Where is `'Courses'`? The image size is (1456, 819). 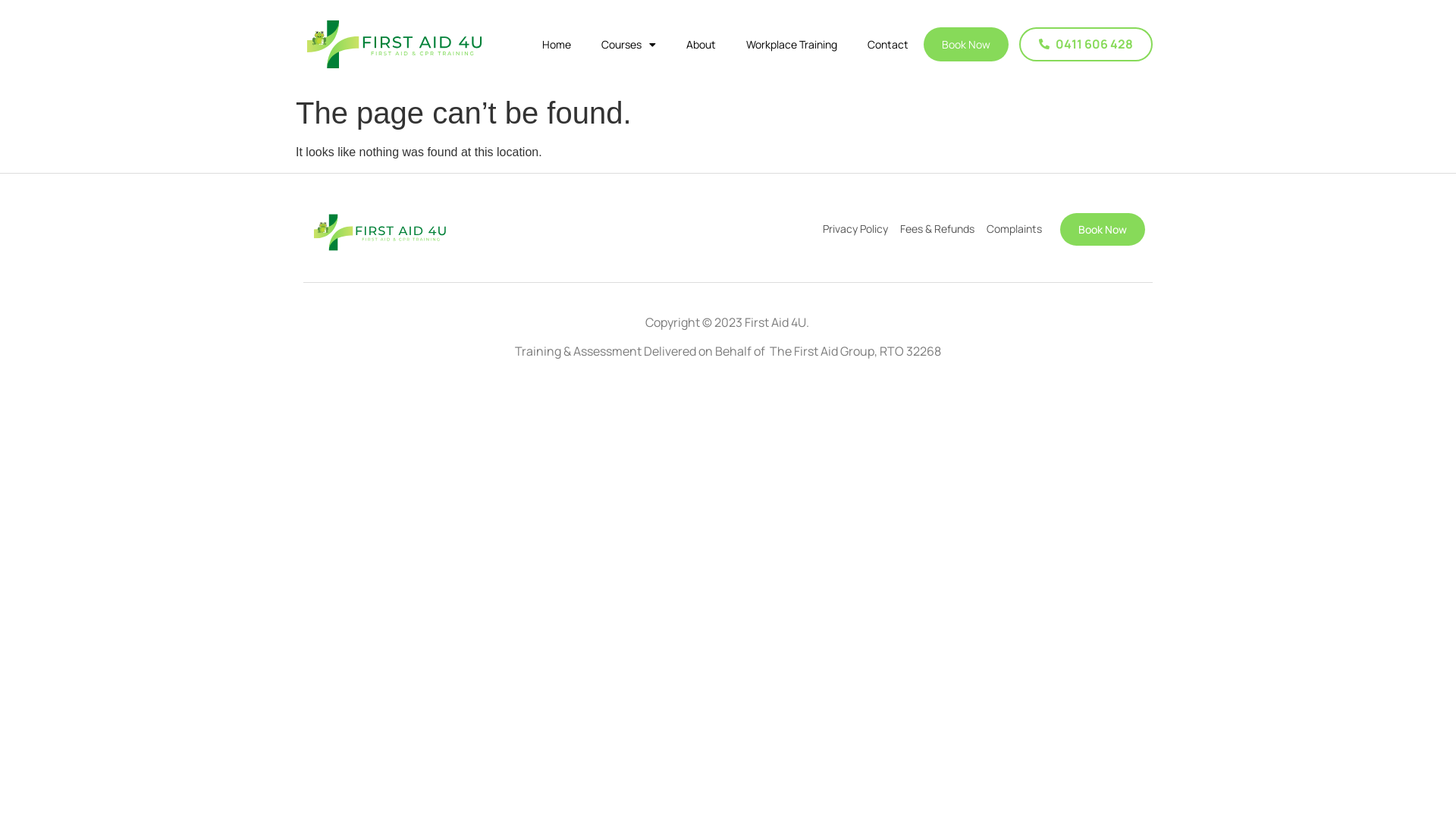 'Courses' is located at coordinates (585, 43).